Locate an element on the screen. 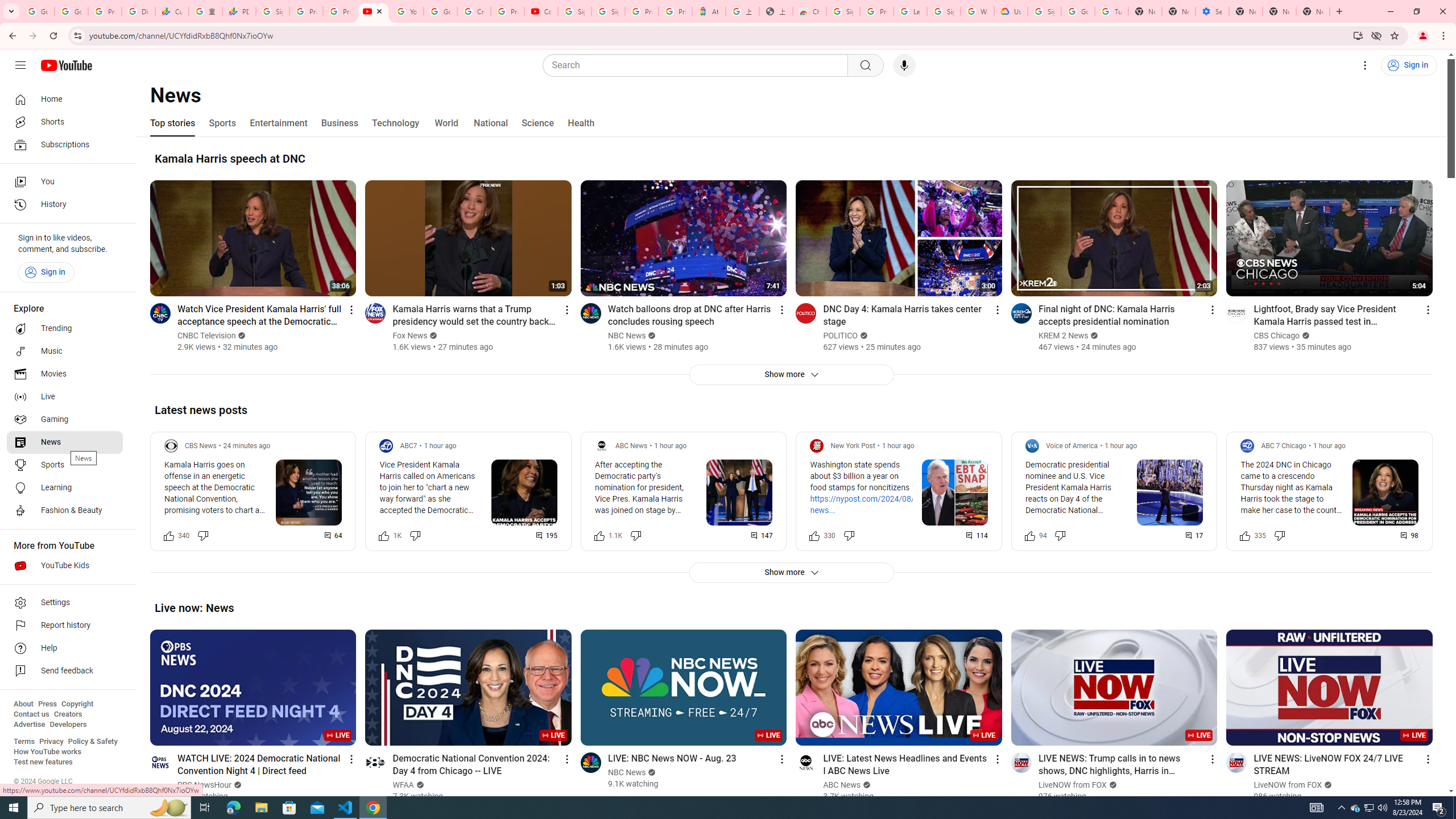 The height and width of the screenshot is (819, 1456). 'Like this post along with 335 other people' is located at coordinates (1245, 535).